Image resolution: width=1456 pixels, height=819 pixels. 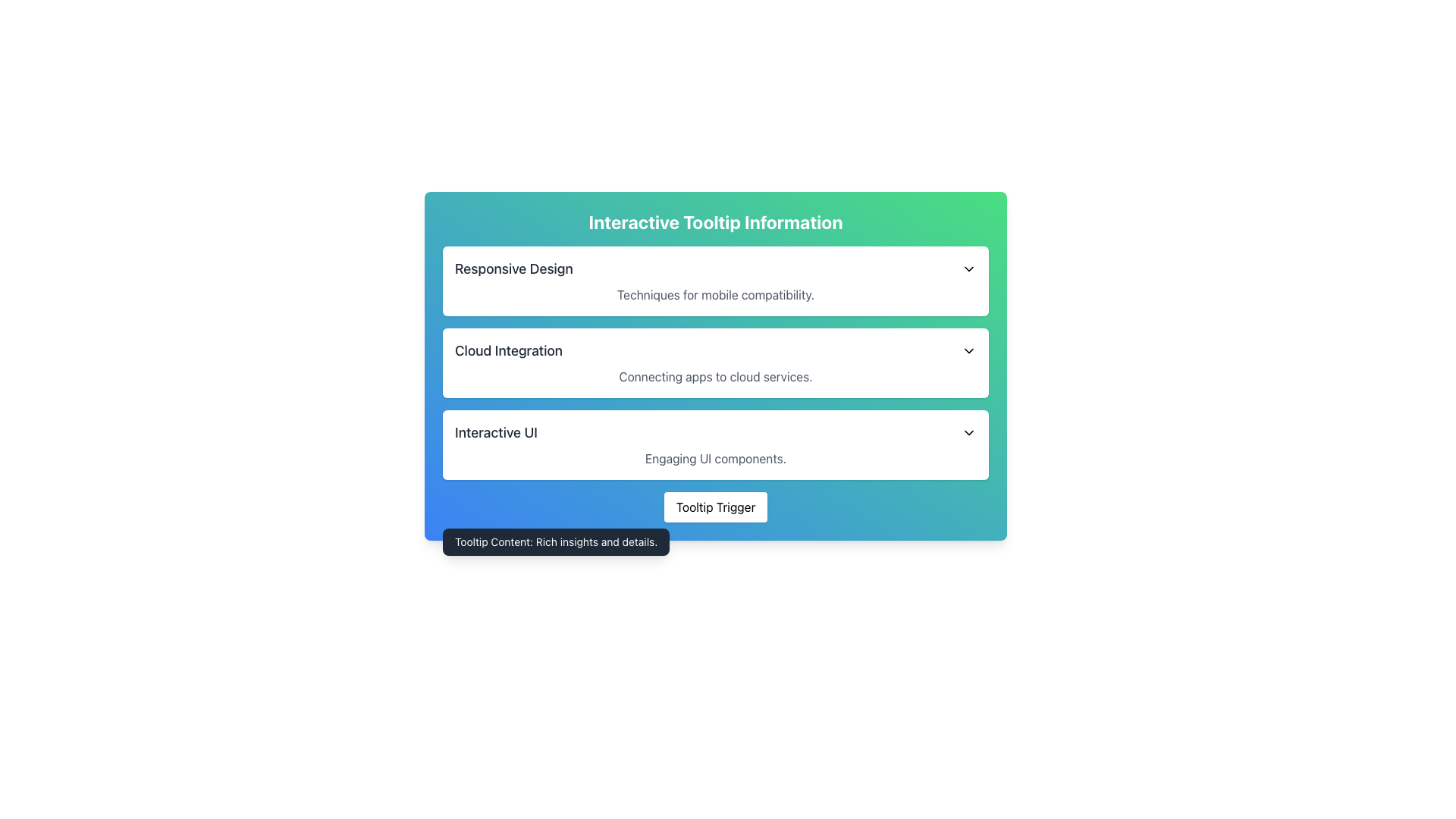 What do you see at coordinates (968, 350) in the screenshot?
I see `the downward-facing chevron icon button located at the far right of the 'Cloud Integration' text` at bounding box center [968, 350].